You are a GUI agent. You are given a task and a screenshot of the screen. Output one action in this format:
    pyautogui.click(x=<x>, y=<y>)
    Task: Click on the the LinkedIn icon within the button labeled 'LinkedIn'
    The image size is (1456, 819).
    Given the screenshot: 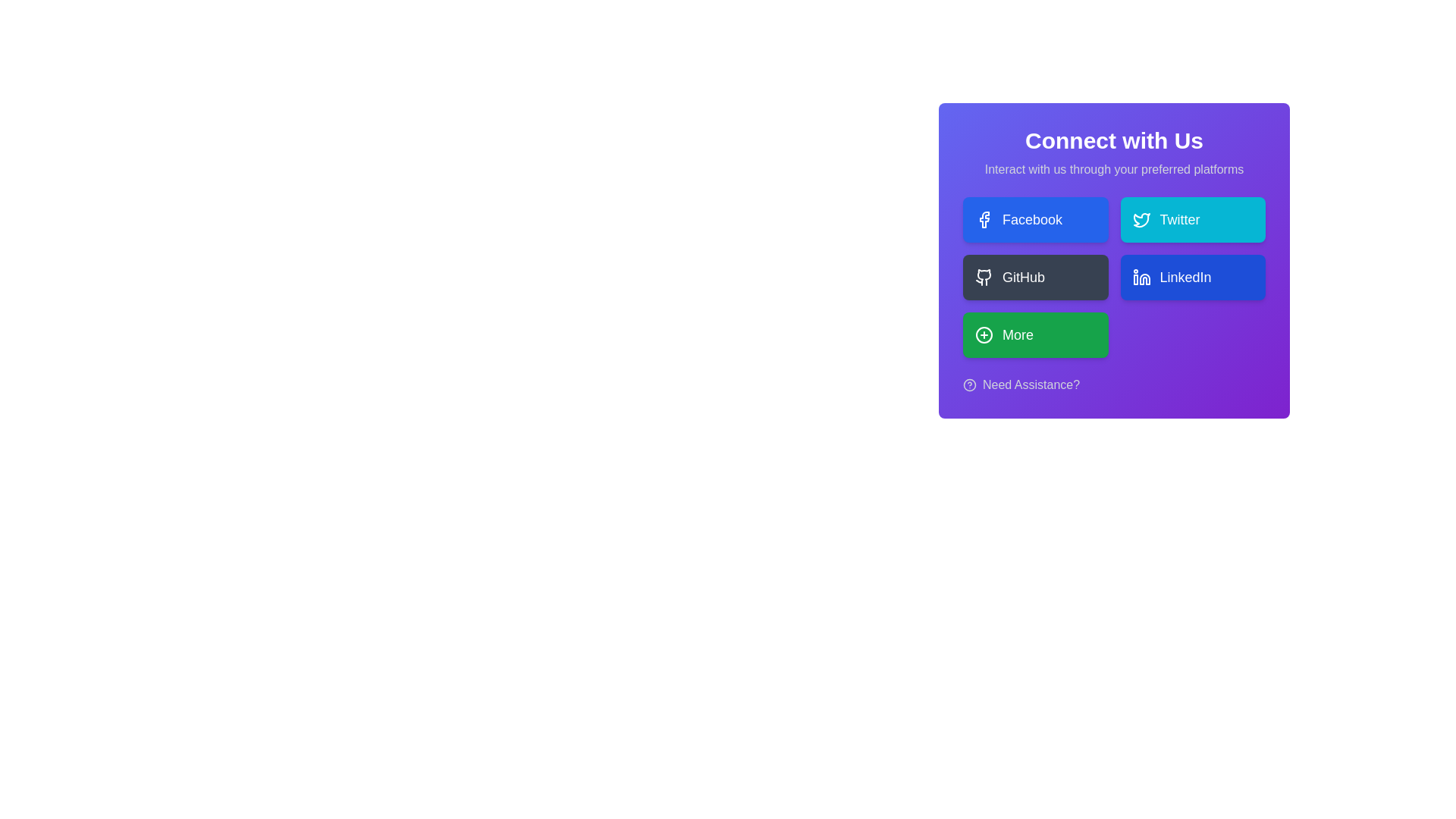 What is the action you would take?
    pyautogui.click(x=1141, y=278)
    